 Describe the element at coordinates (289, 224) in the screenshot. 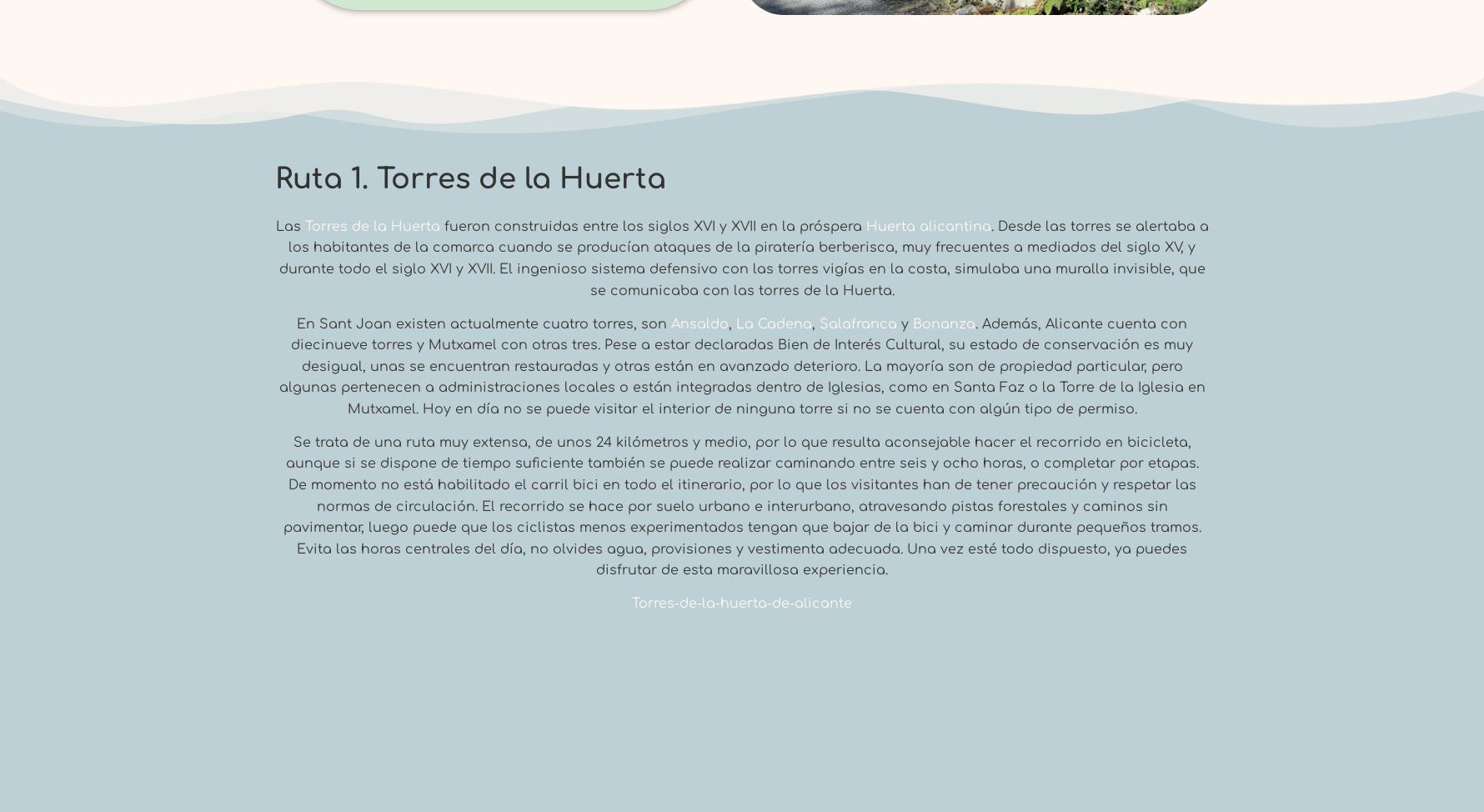

I see `'Las'` at that location.